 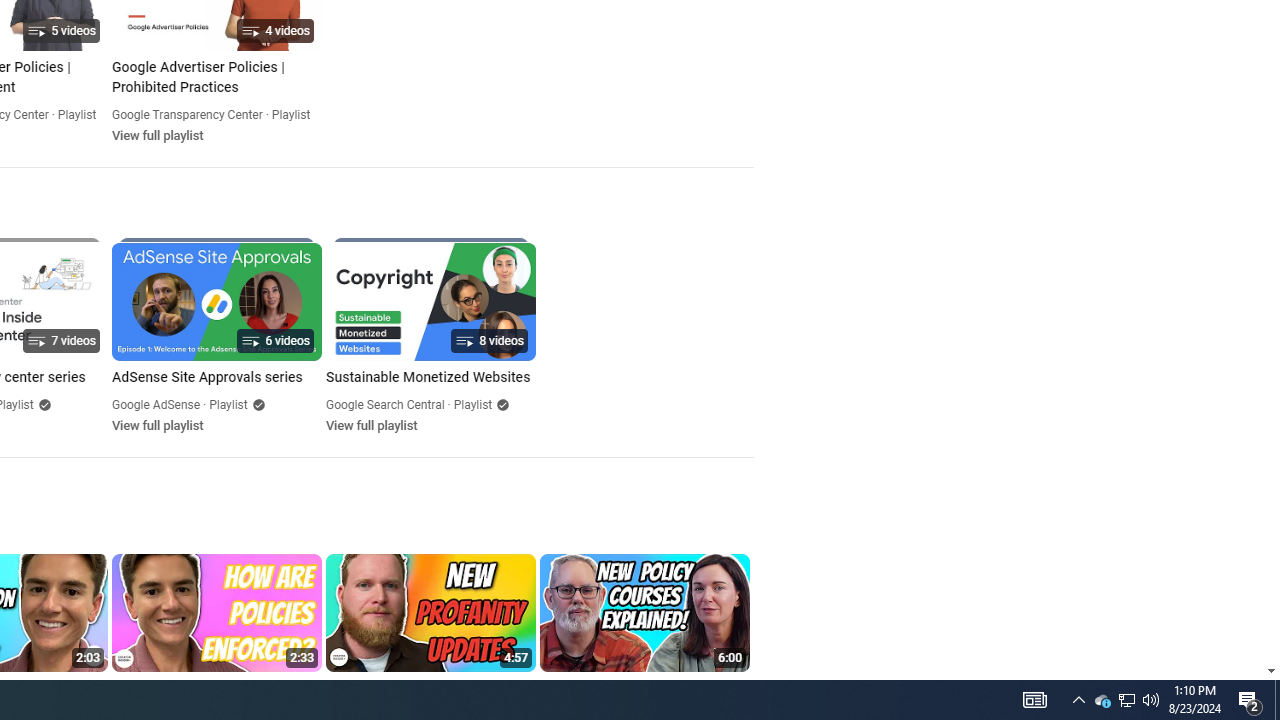 What do you see at coordinates (216, 77) in the screenshot?
I see `'Google Advertiser Policies | Prohibited Practices'` at bounding box center [216, 77].